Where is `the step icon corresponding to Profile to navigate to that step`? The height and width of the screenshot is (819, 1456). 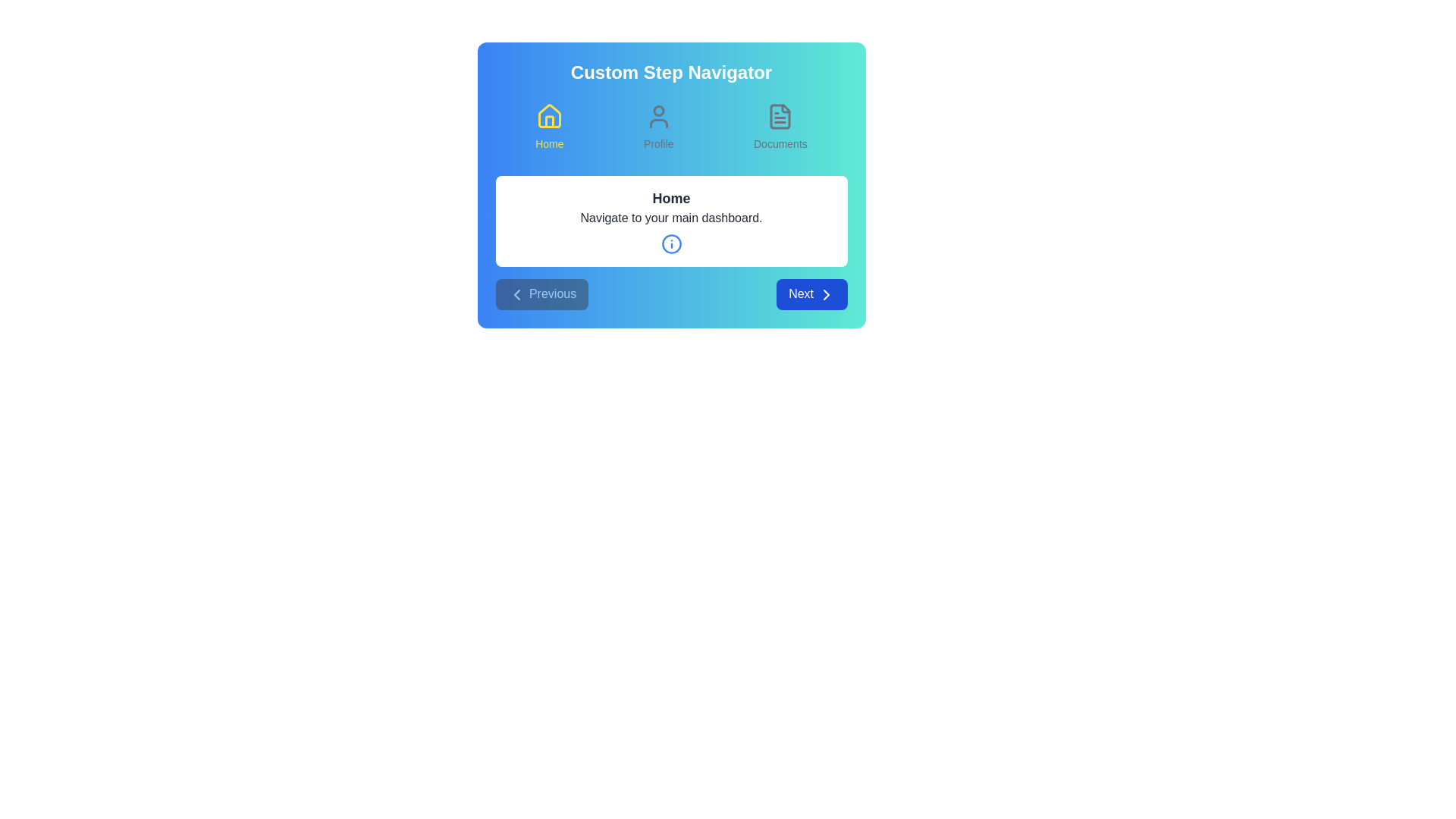 the step icon corresponding to Profile to navigate to that step is located at coordinates (658, 127).